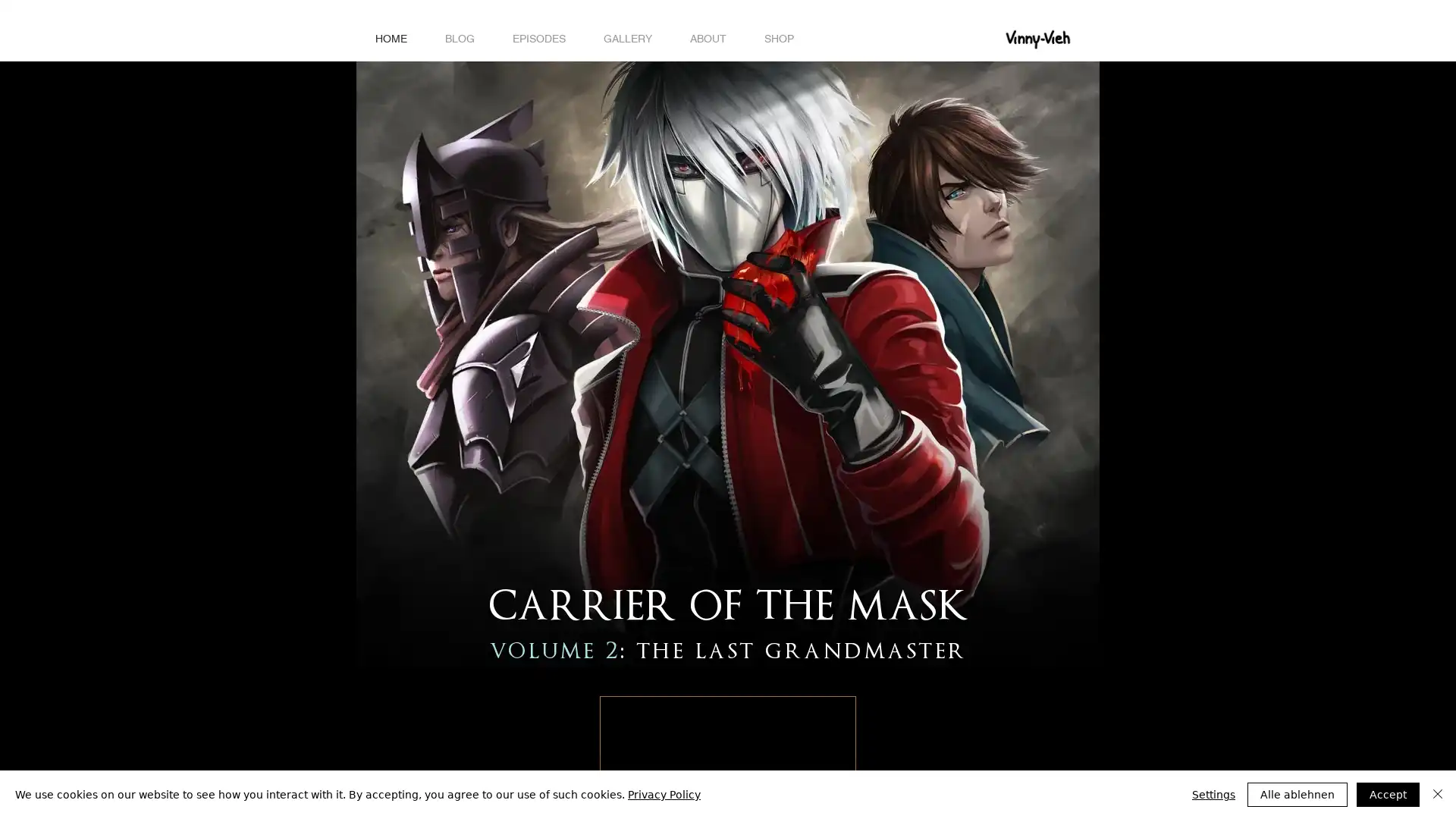  What do you see at coordinates (1388, 794) in the screenshot?
I see `Accept` at bounding box center [1388, 794].